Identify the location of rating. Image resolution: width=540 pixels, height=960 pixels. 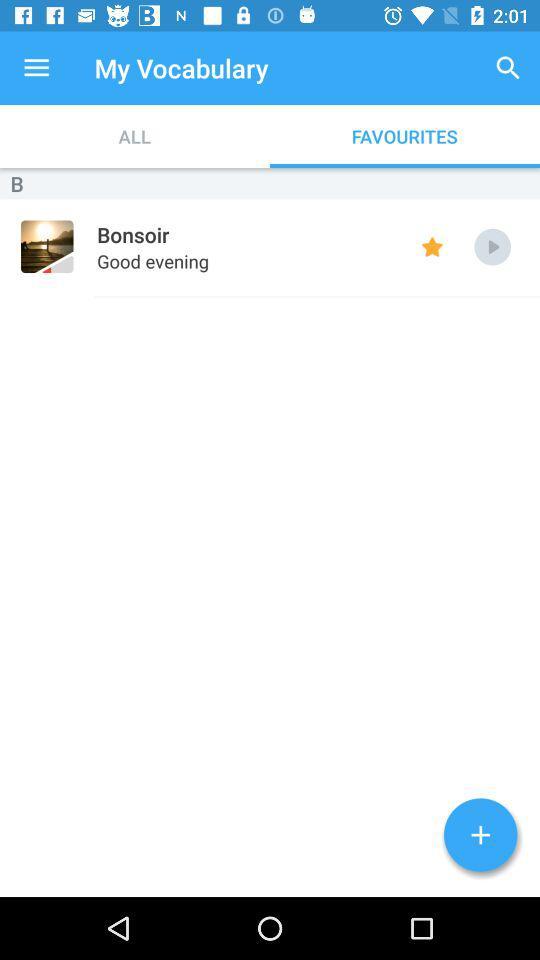
(431, 245).